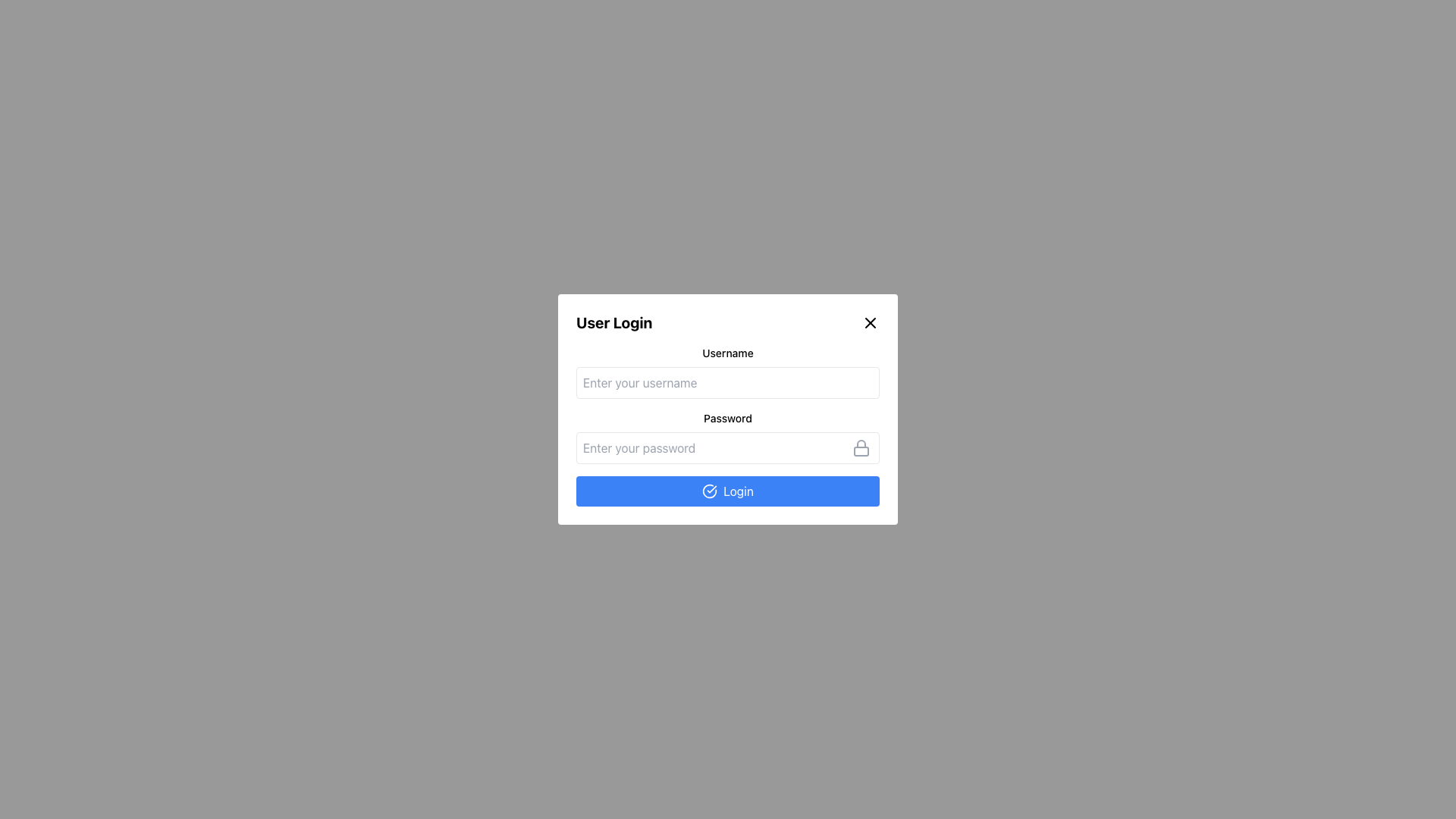 Image resolution: width=1456 pixels, height=819 pixels. I want to click on the Submit button located at the bottom of the 'User Login' card to observe the visual change, so click(728, 491).